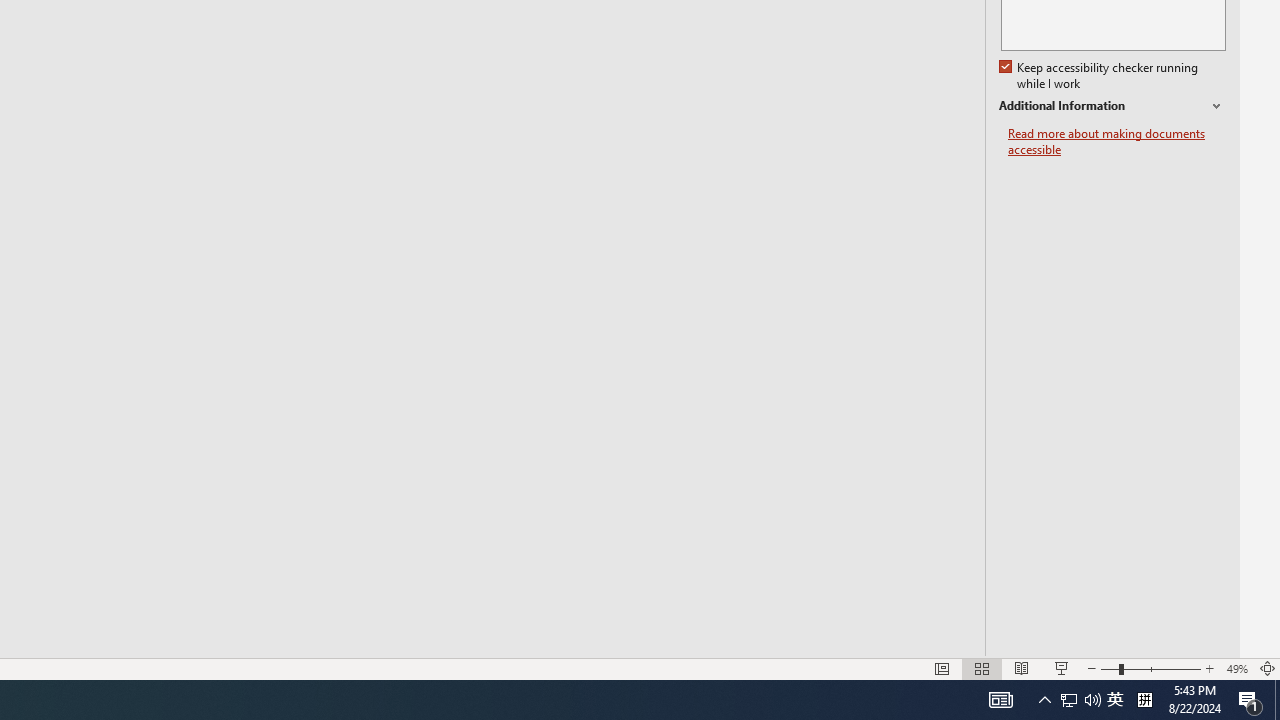  What do you see at coordinates (1111, 106) in the screenshot?
I see `'Additional Information'` at bounding box center [1111, 106].